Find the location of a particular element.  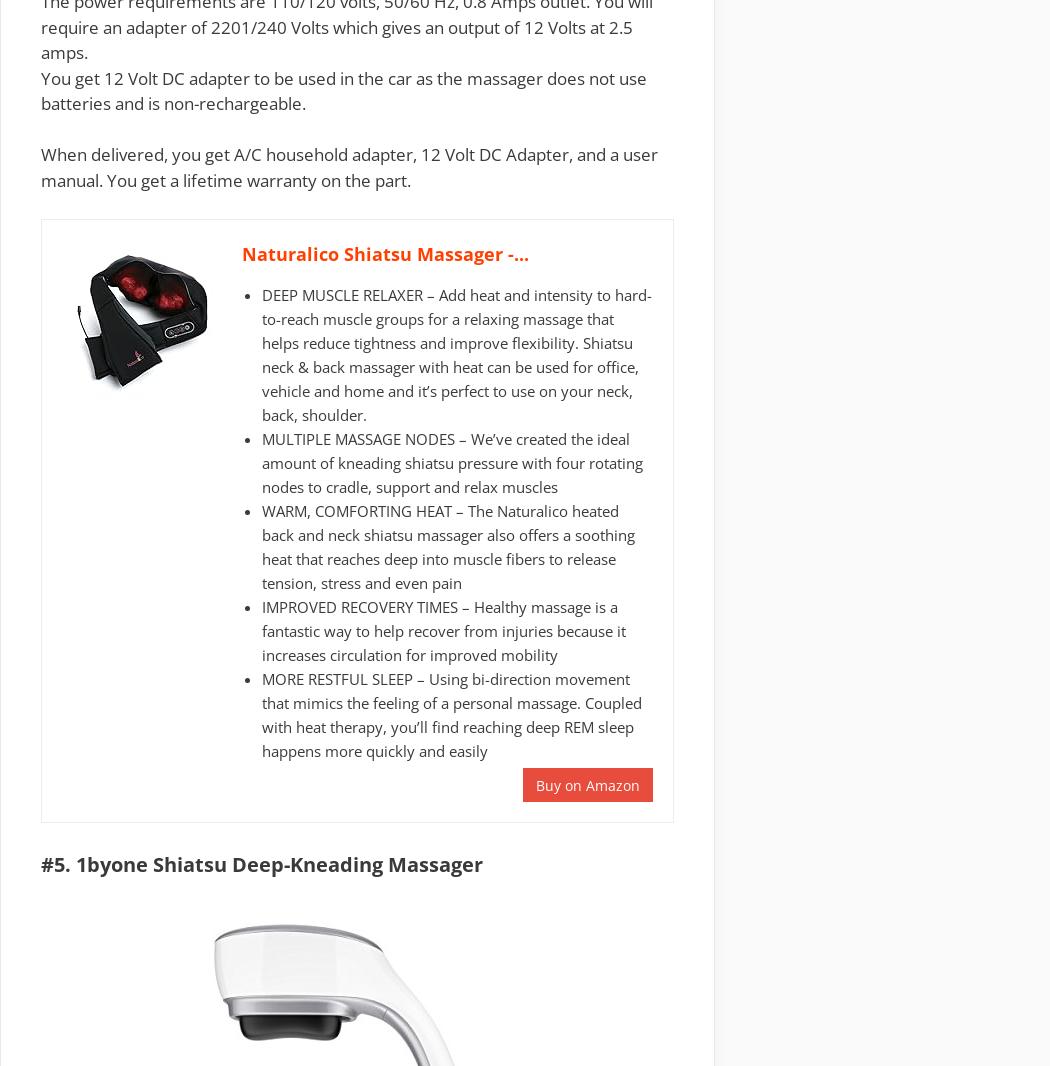

'When delivered, you get A/C household adapter, 12 Volt DC Adapter, and a user manual. You get a' is located at coordinates (39, 166).